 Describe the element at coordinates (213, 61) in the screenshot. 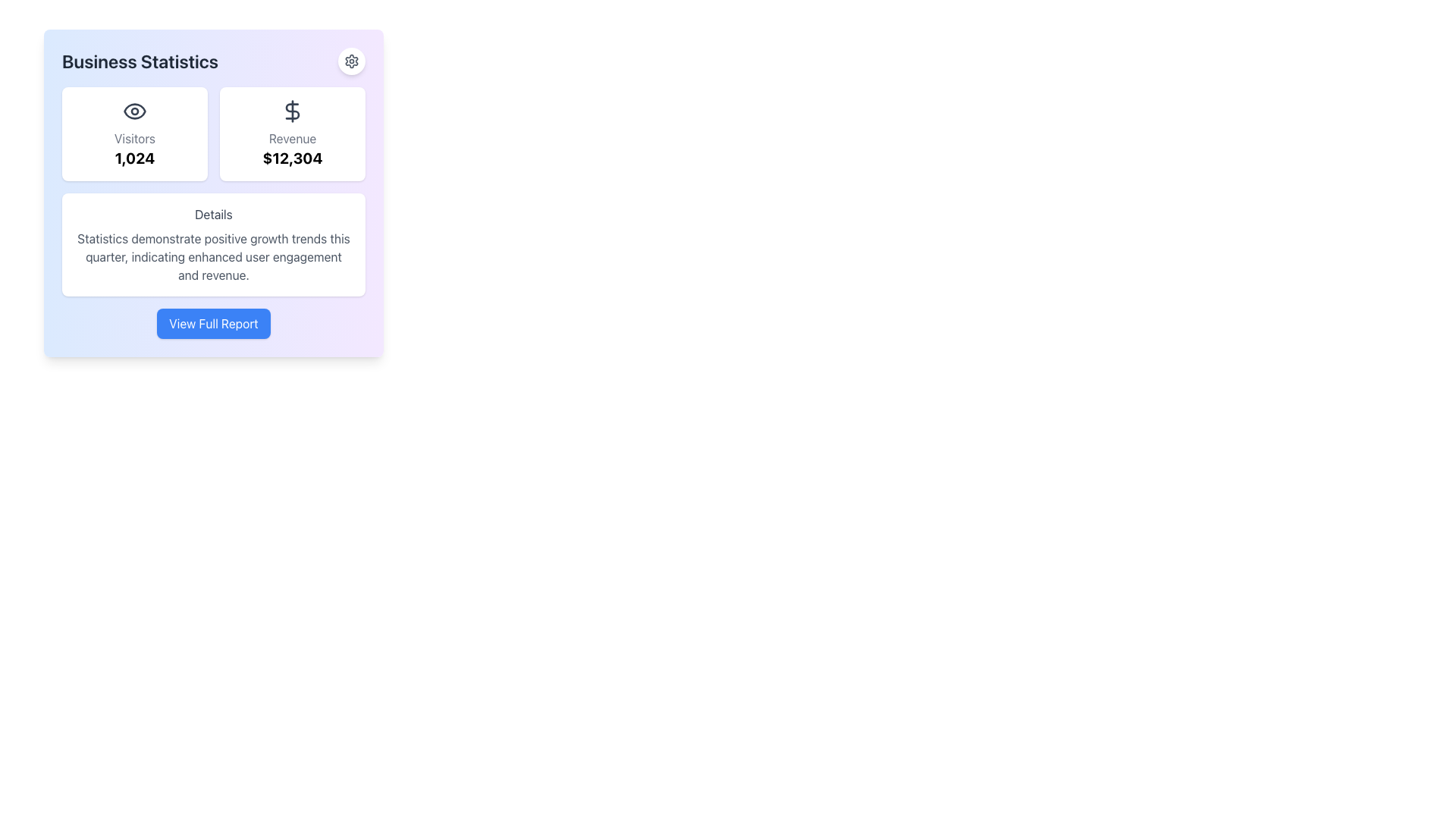

I see `the header text displaying 'Business Statistics' which is located at the top-left of the card layout` at that location.